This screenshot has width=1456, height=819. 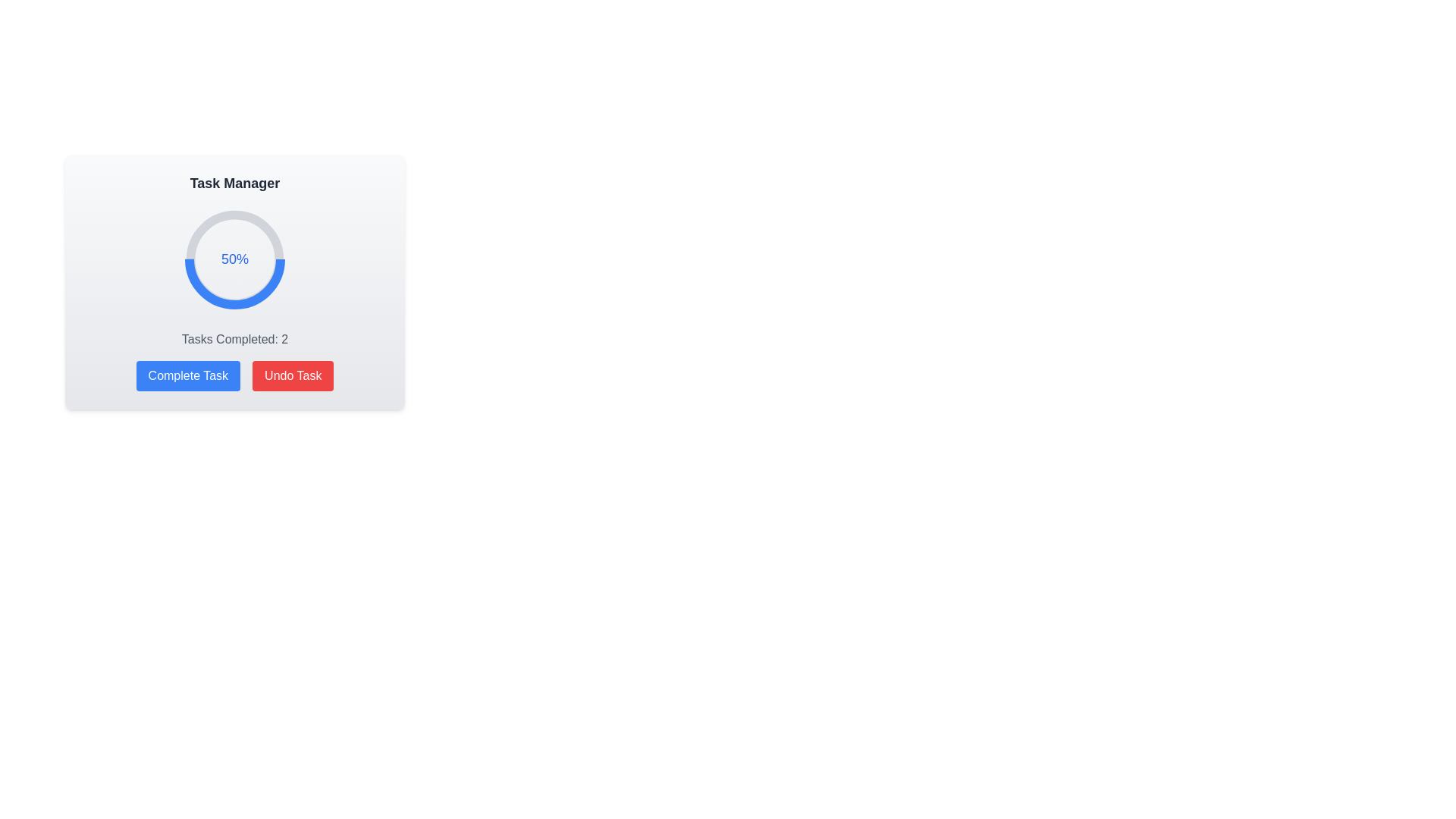 What do you see at coordinates (187, 375) in the screenshot?
I see `the 'Mark as Completed' button located in the bottom left section of the Task Manager interface to mark a task as completed` at bounding box center [187, 375].